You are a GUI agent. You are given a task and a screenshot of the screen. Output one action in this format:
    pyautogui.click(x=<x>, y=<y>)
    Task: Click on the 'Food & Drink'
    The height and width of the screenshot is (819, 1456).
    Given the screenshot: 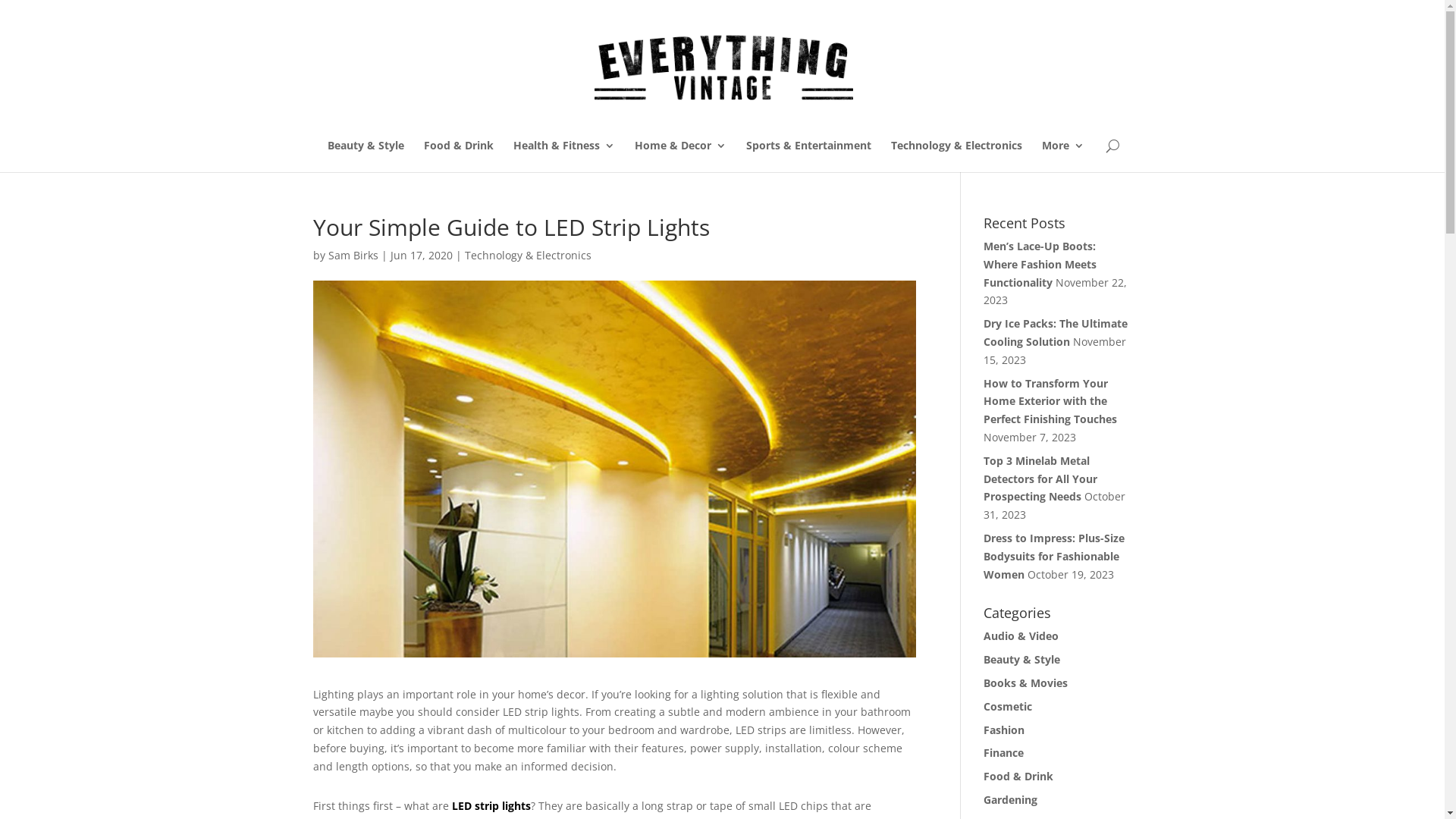 What is the action you would take?
    pyautogui.click(x=1018, y=776)
    